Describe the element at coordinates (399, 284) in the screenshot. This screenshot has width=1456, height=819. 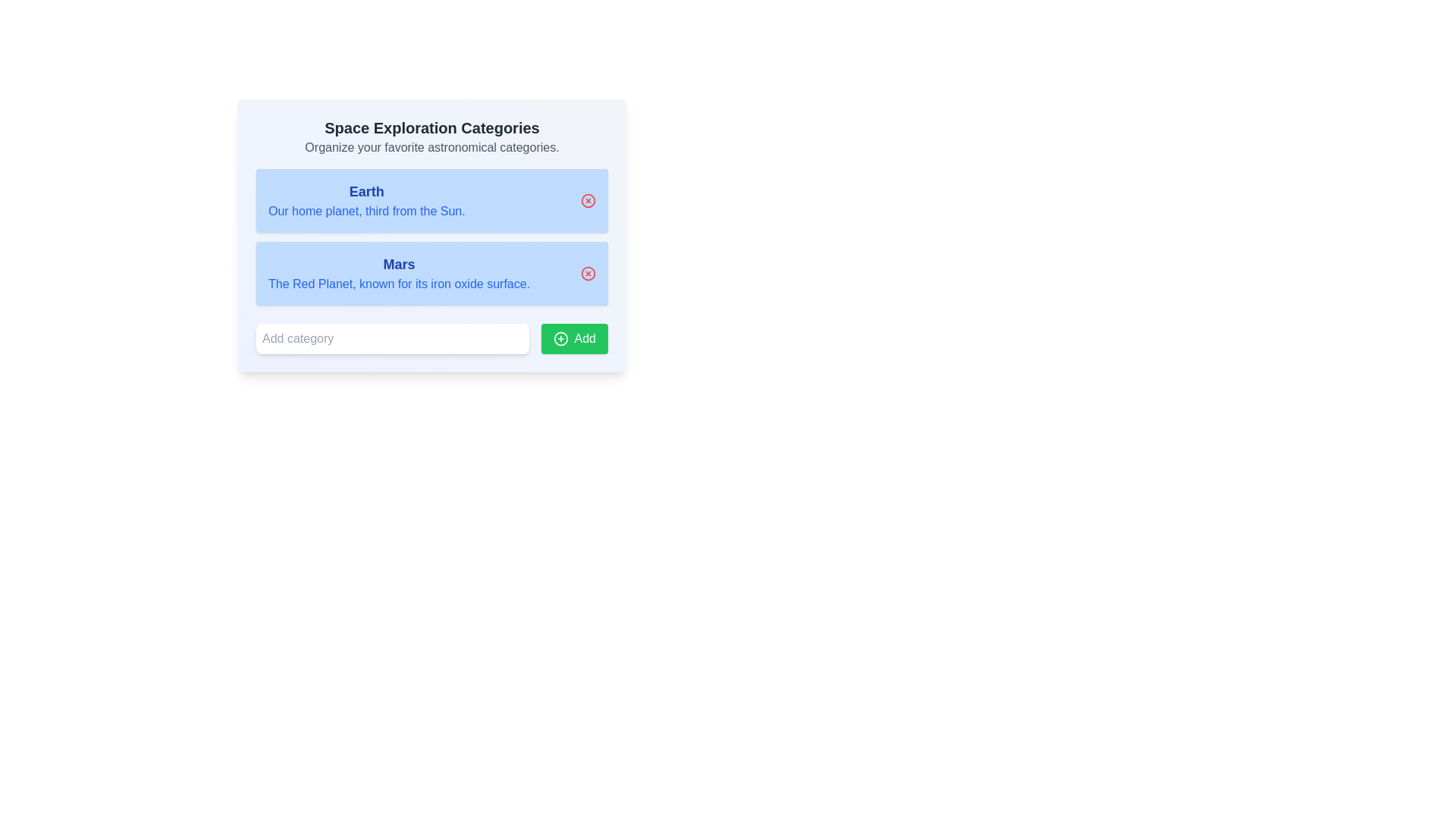
I see `information displayed in the text label styled in blue, which describes 'The Red Planet, known for its iron oxide surface.' positioned below the title 'Mars'` at that location.